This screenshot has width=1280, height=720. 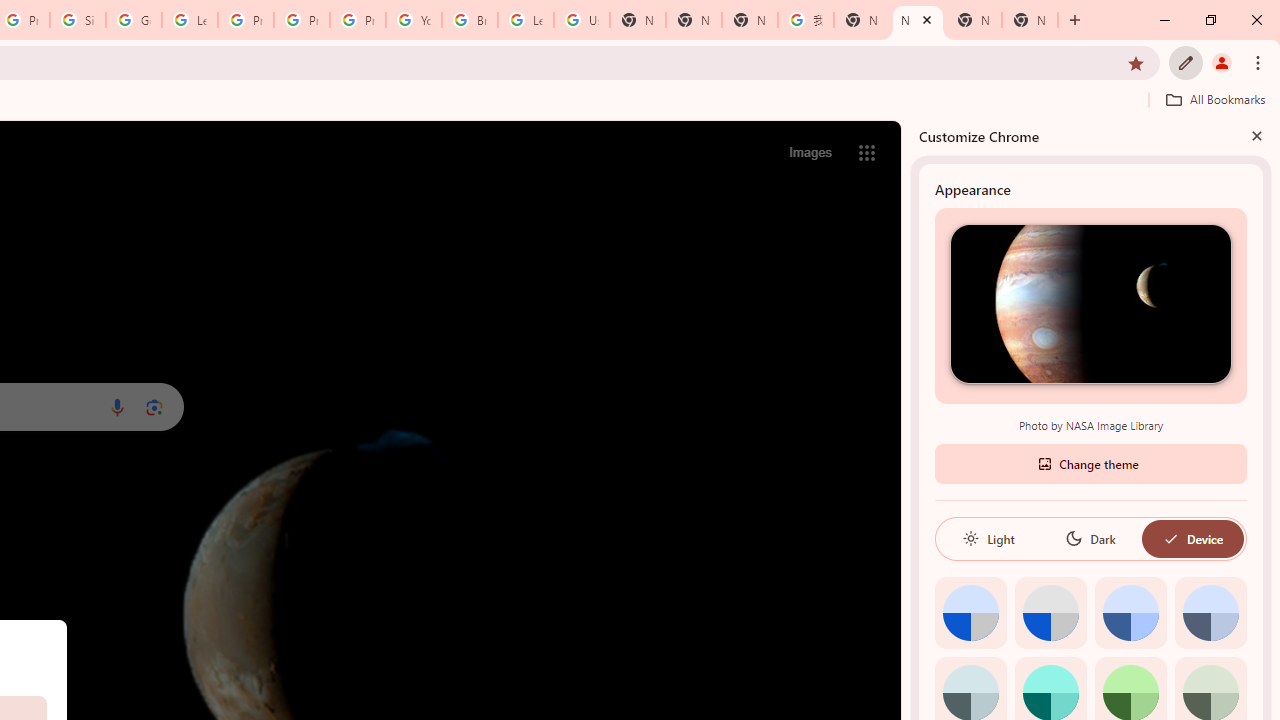 I want to click on 'Light', so click(x=988, y=537).